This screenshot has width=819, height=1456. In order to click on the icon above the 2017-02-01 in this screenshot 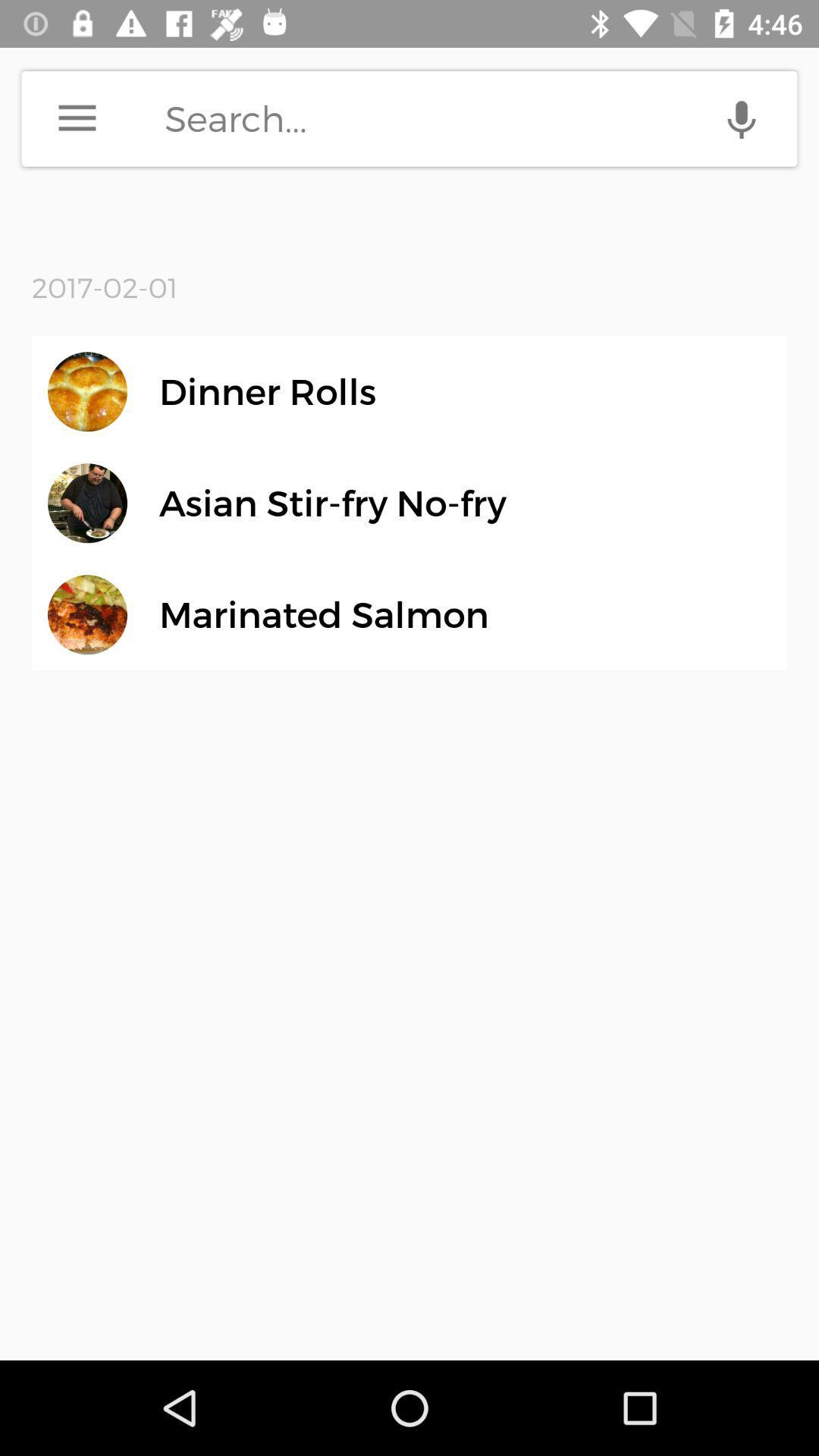, I will do `click(77, 118)`.